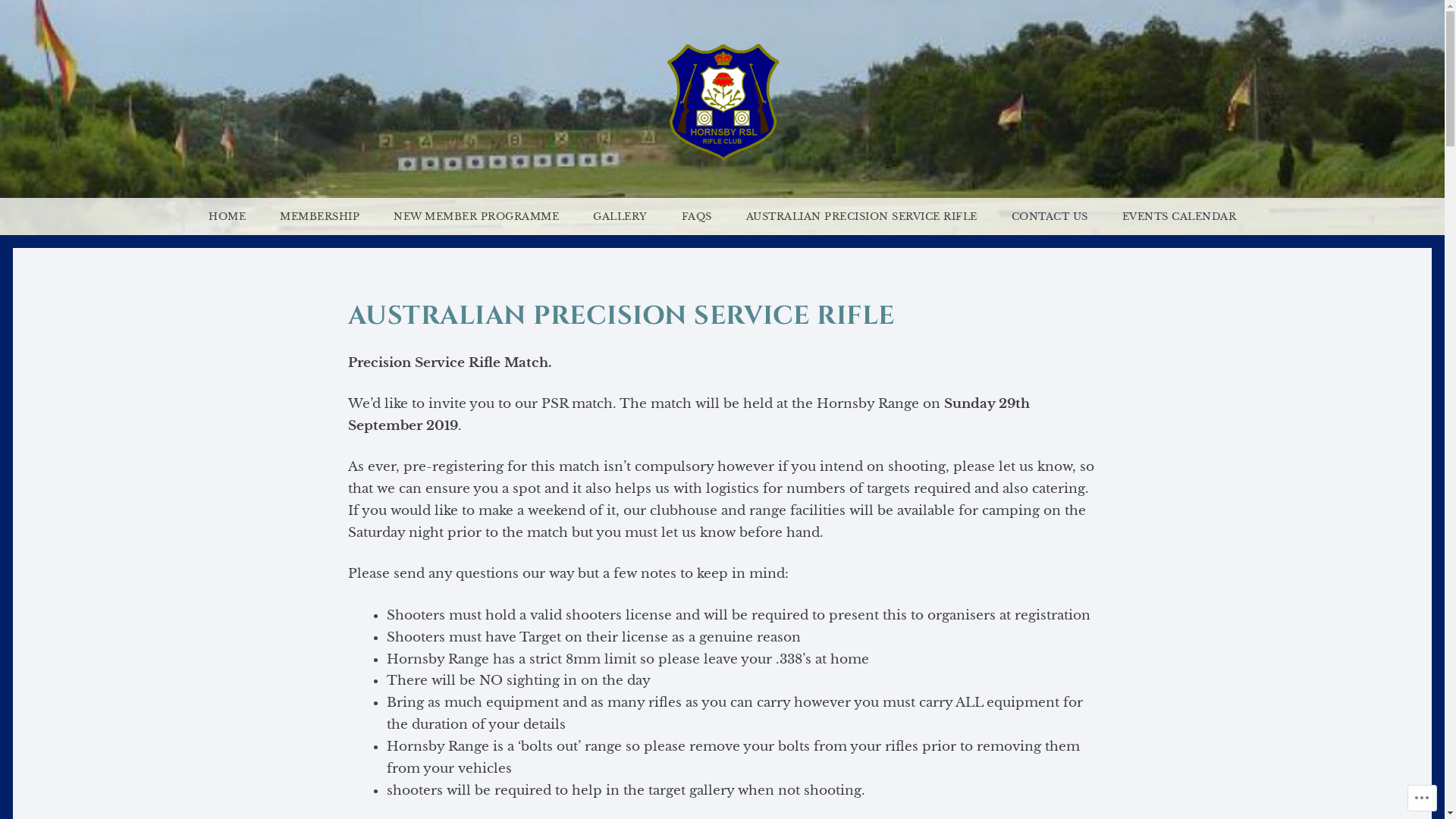  Describe the element at coordinates (318, 216) in the screenshot. I see `'MEMBERSHIP'` at that location.